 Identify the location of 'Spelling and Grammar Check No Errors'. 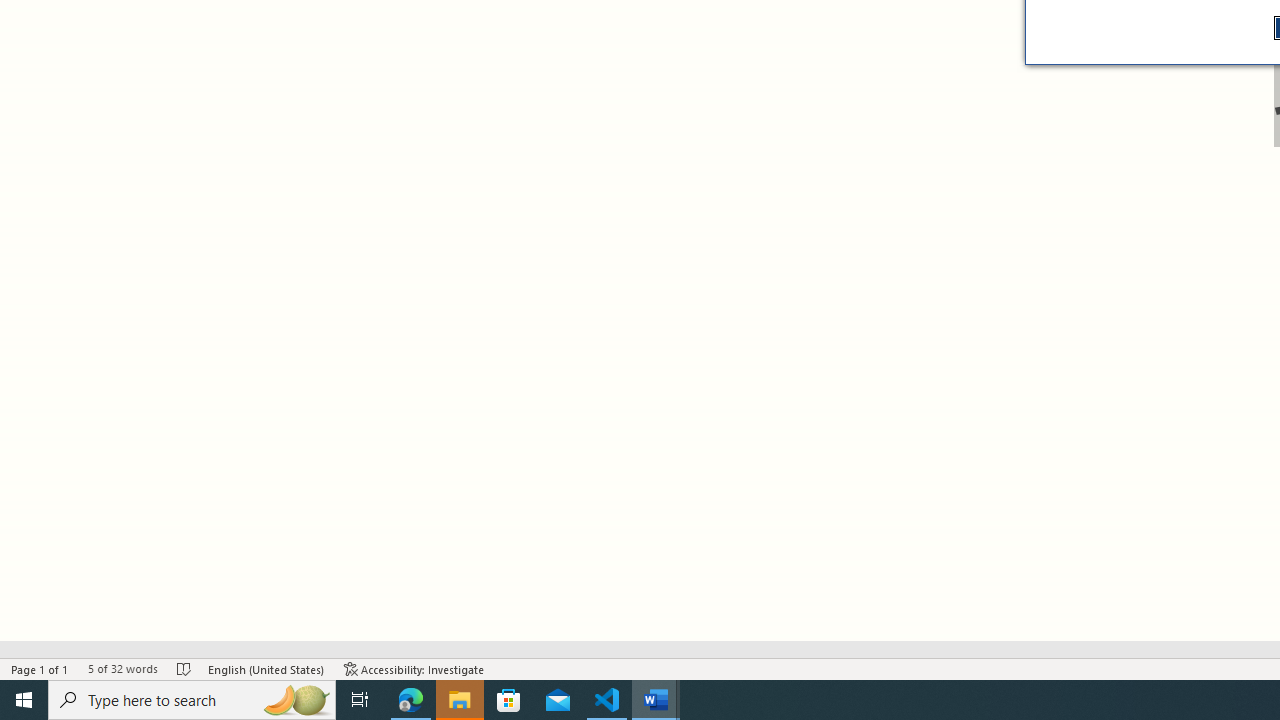
(184, 669).